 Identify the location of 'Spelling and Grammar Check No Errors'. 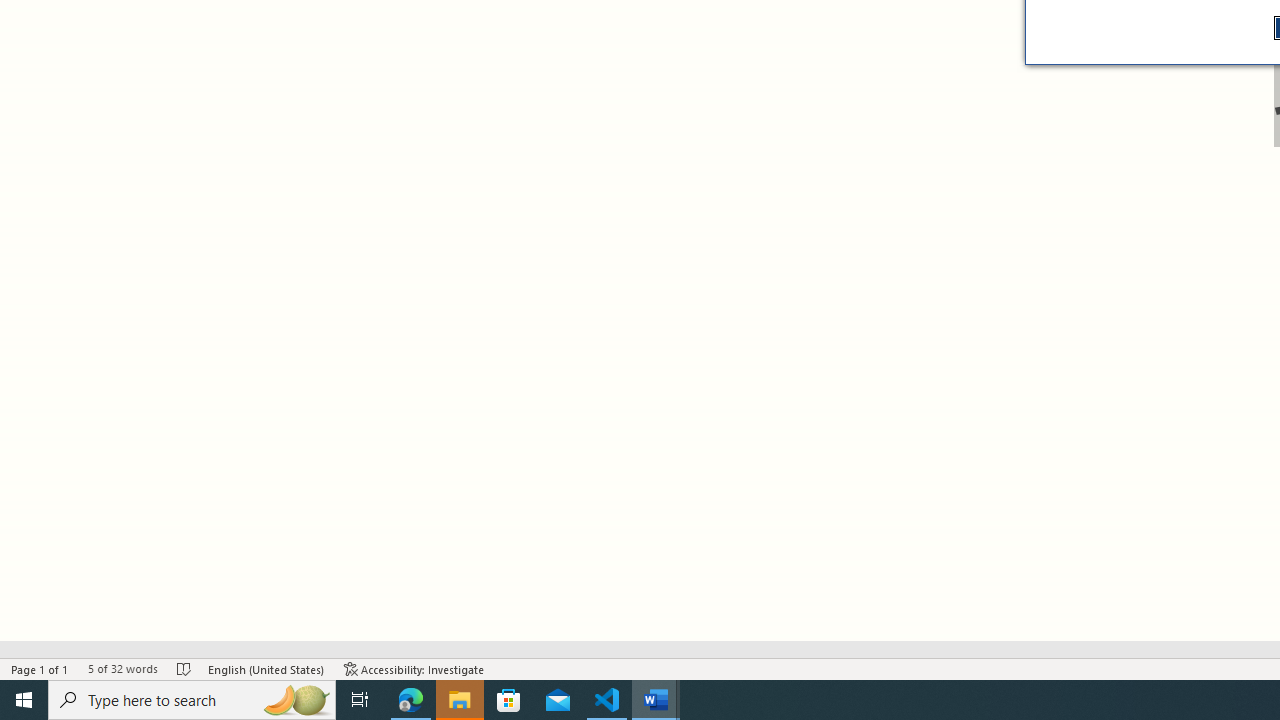
(184, 669).